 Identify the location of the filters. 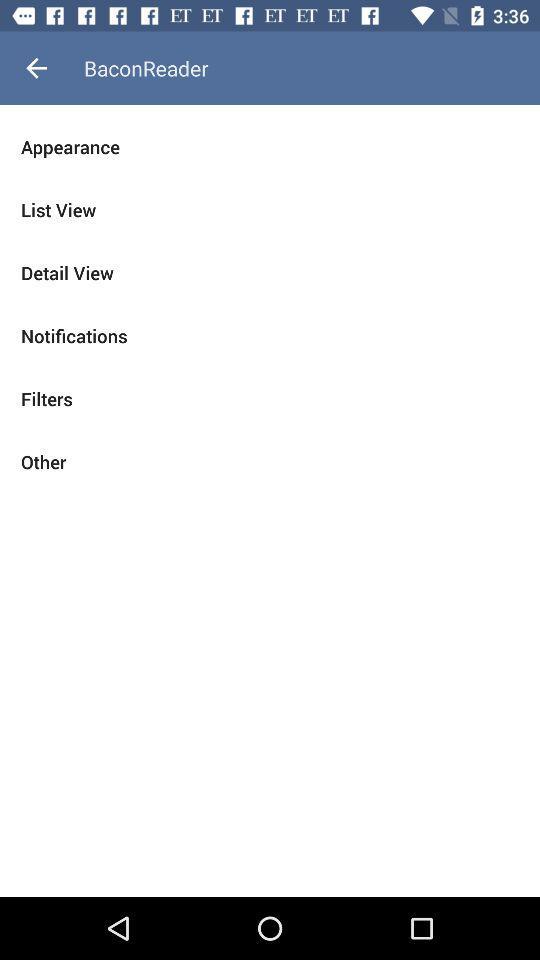
(270, 397).